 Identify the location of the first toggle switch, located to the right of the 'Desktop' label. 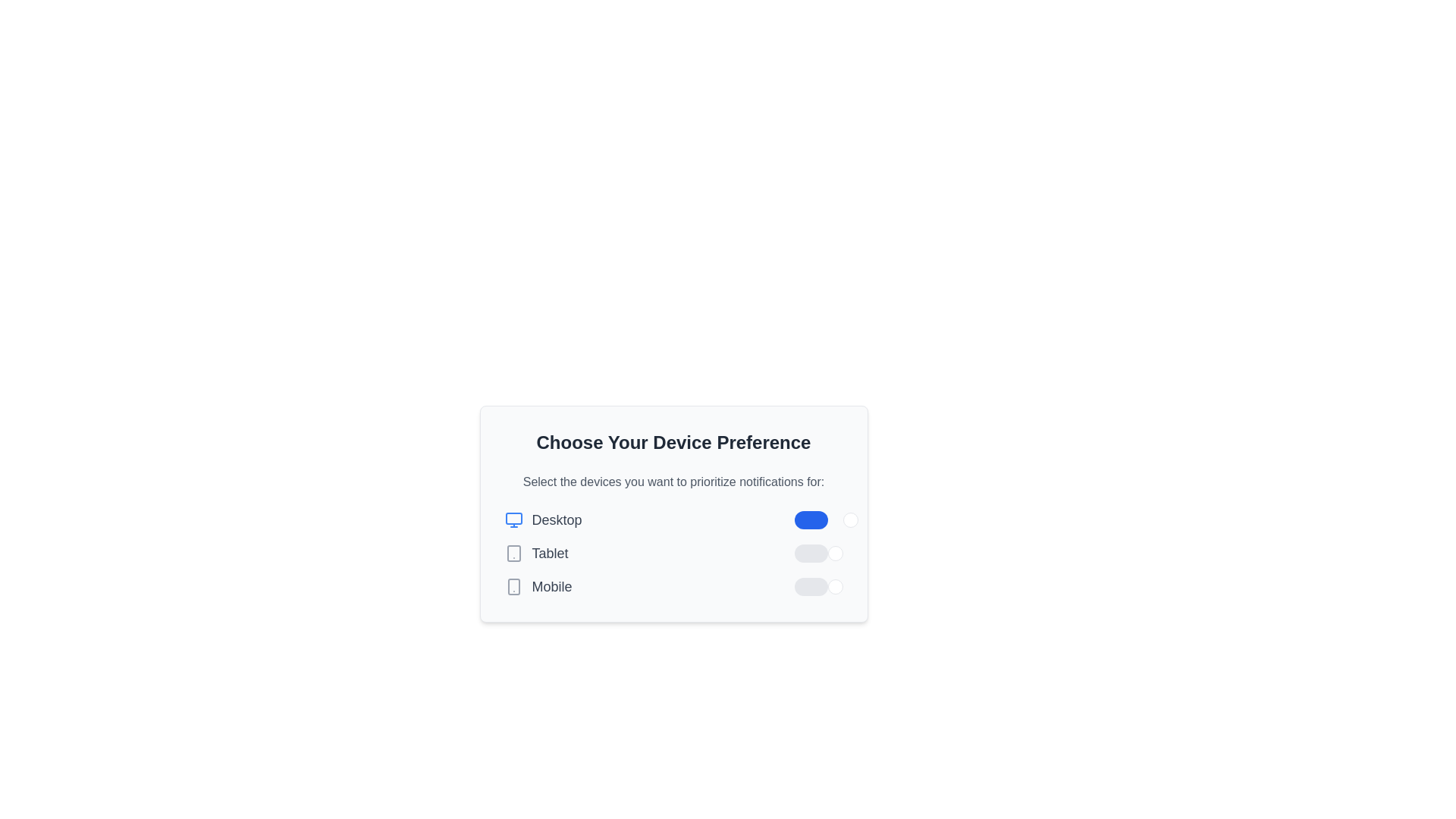
(817, 519).